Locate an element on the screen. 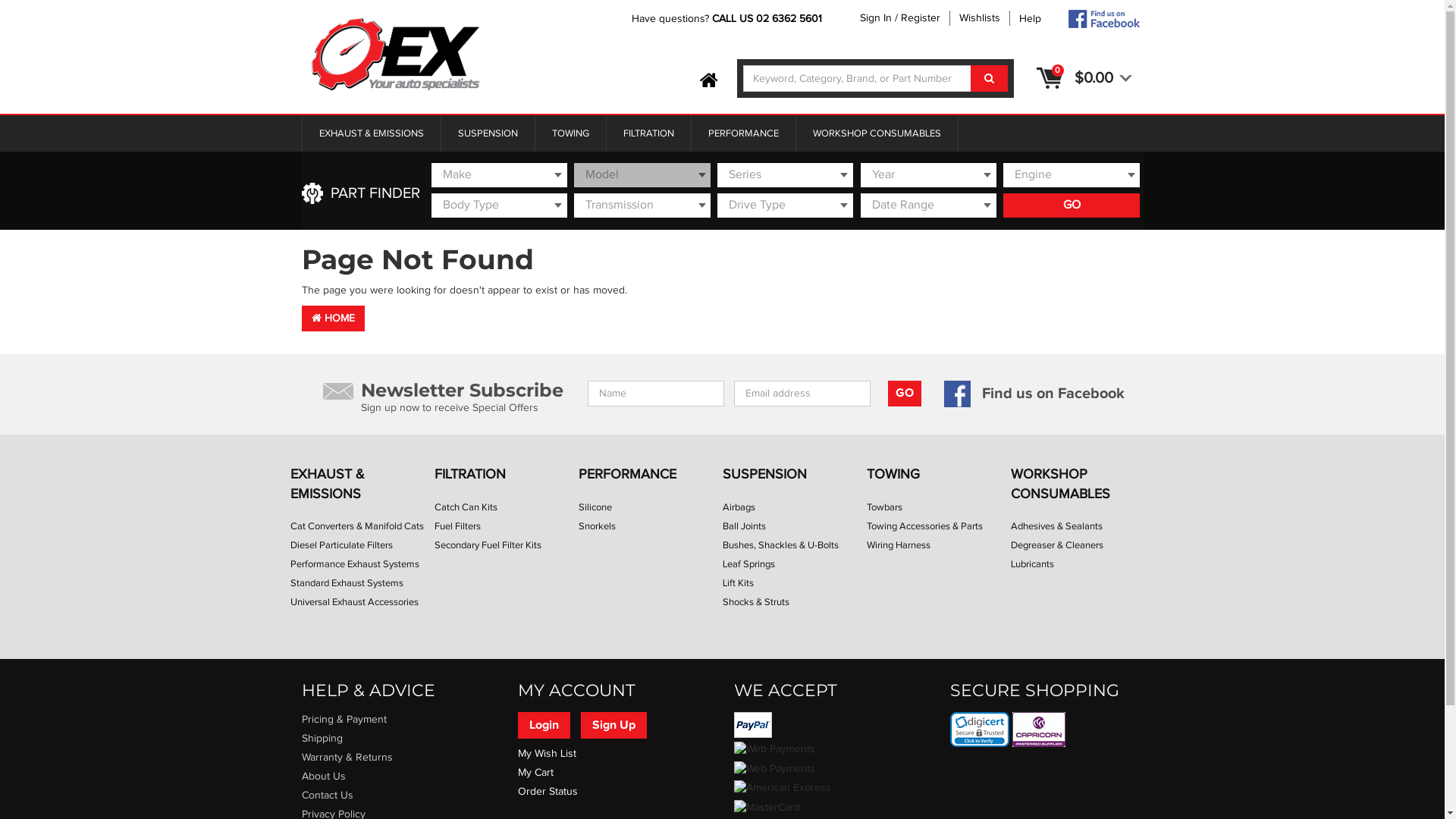  'Sign Up' is located at coordinates (580, 724).